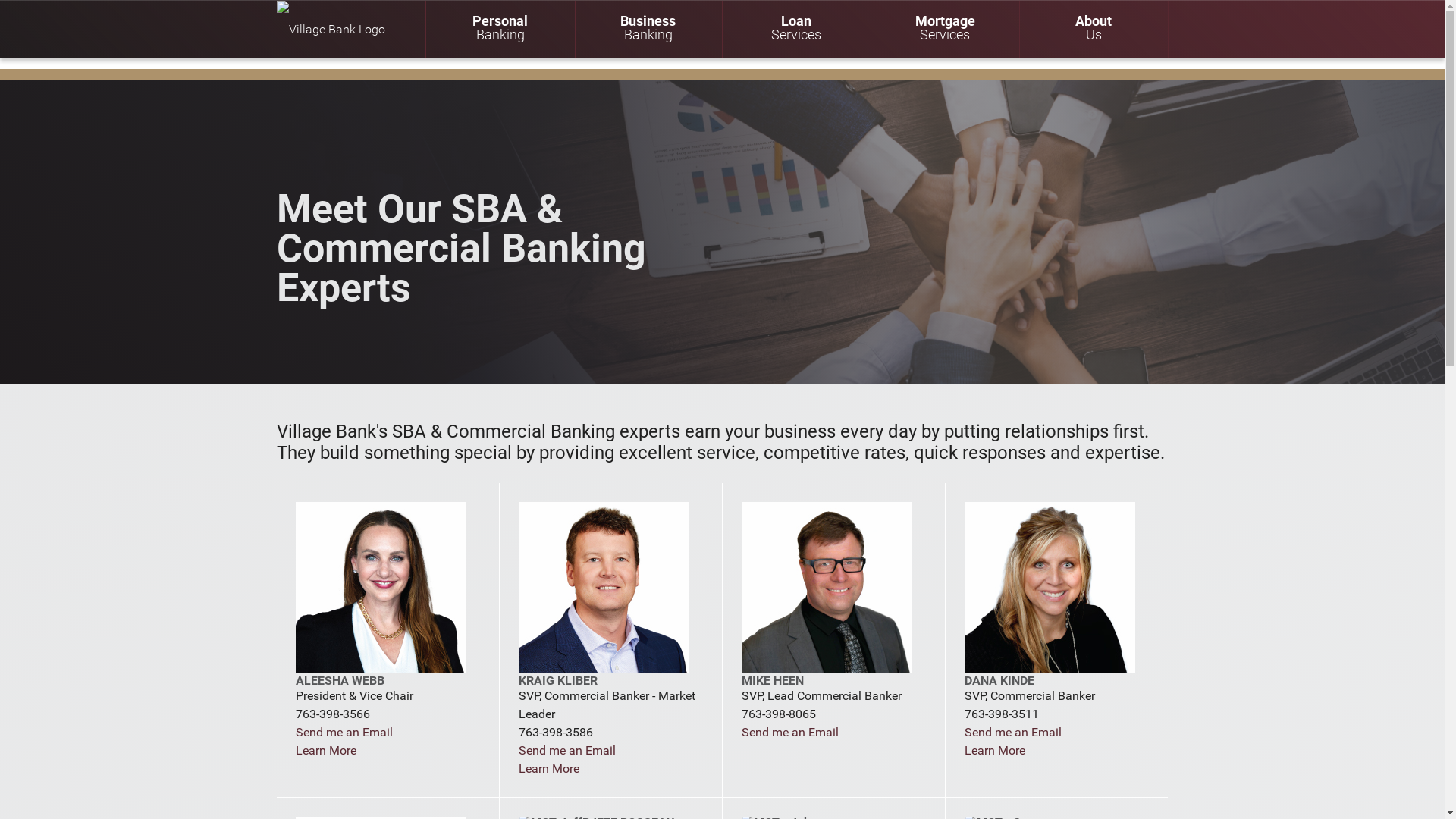 This screenshot has width=1456, height=819. Describe the element at coordinates (994, 749) in the screenshot. I see `'Learn More'` at that location.